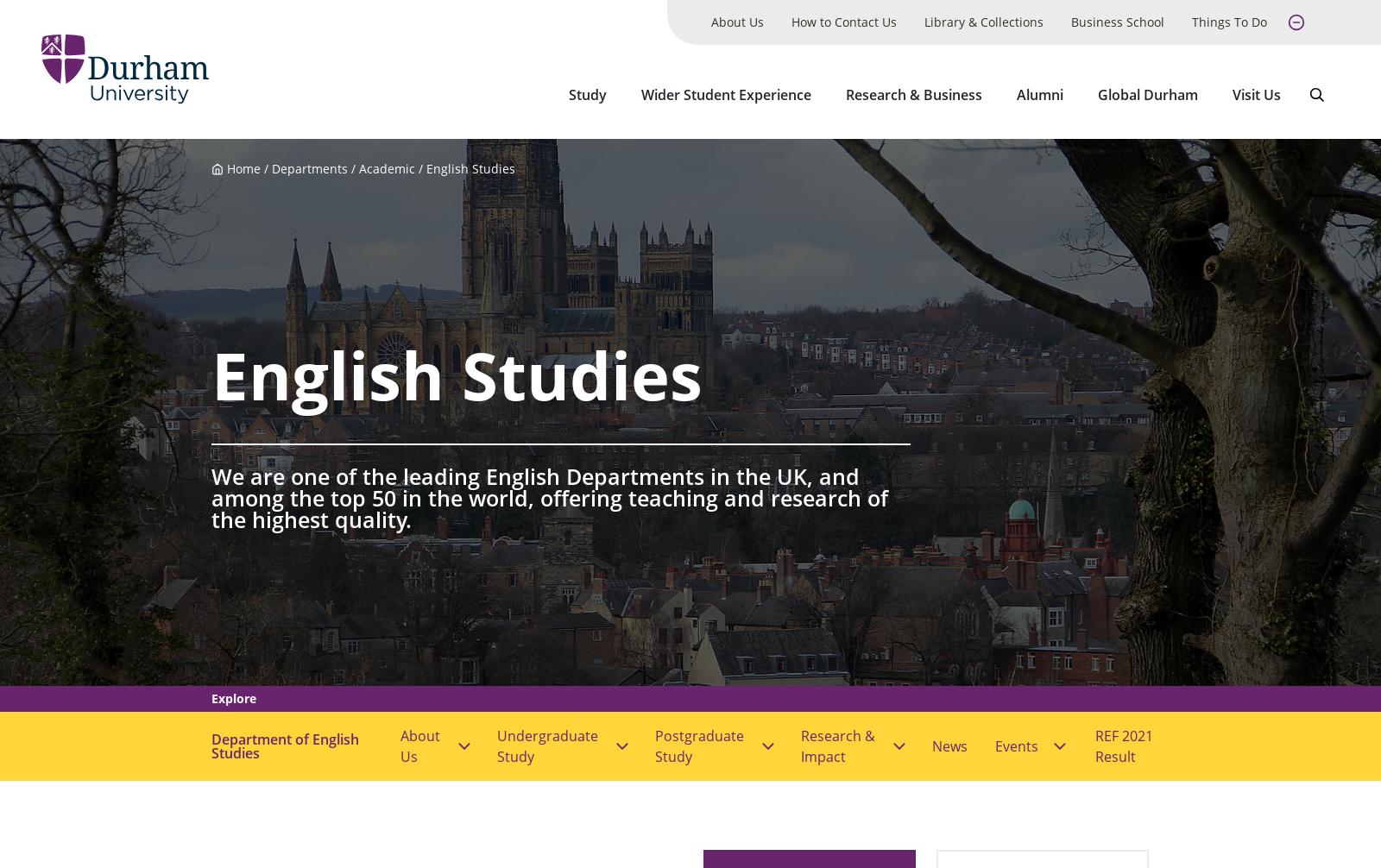  Describe the element at coordinates (314, 822) in the screenshot. I see `'Get in touch'` at that location.